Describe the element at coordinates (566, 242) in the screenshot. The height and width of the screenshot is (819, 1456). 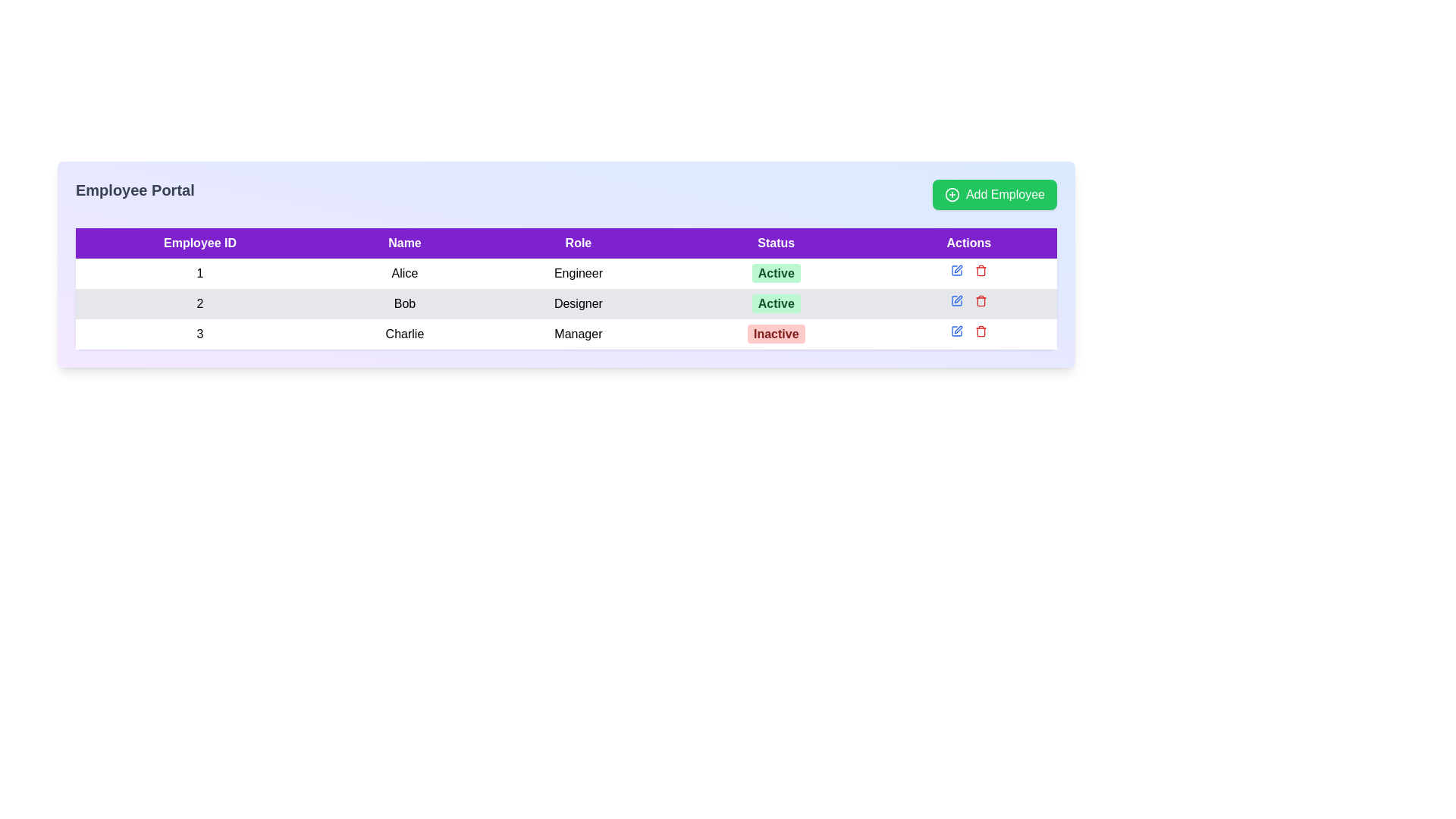
I see `the table header row located at the top of the table which defines the titles of the columns beneath it` at that location.